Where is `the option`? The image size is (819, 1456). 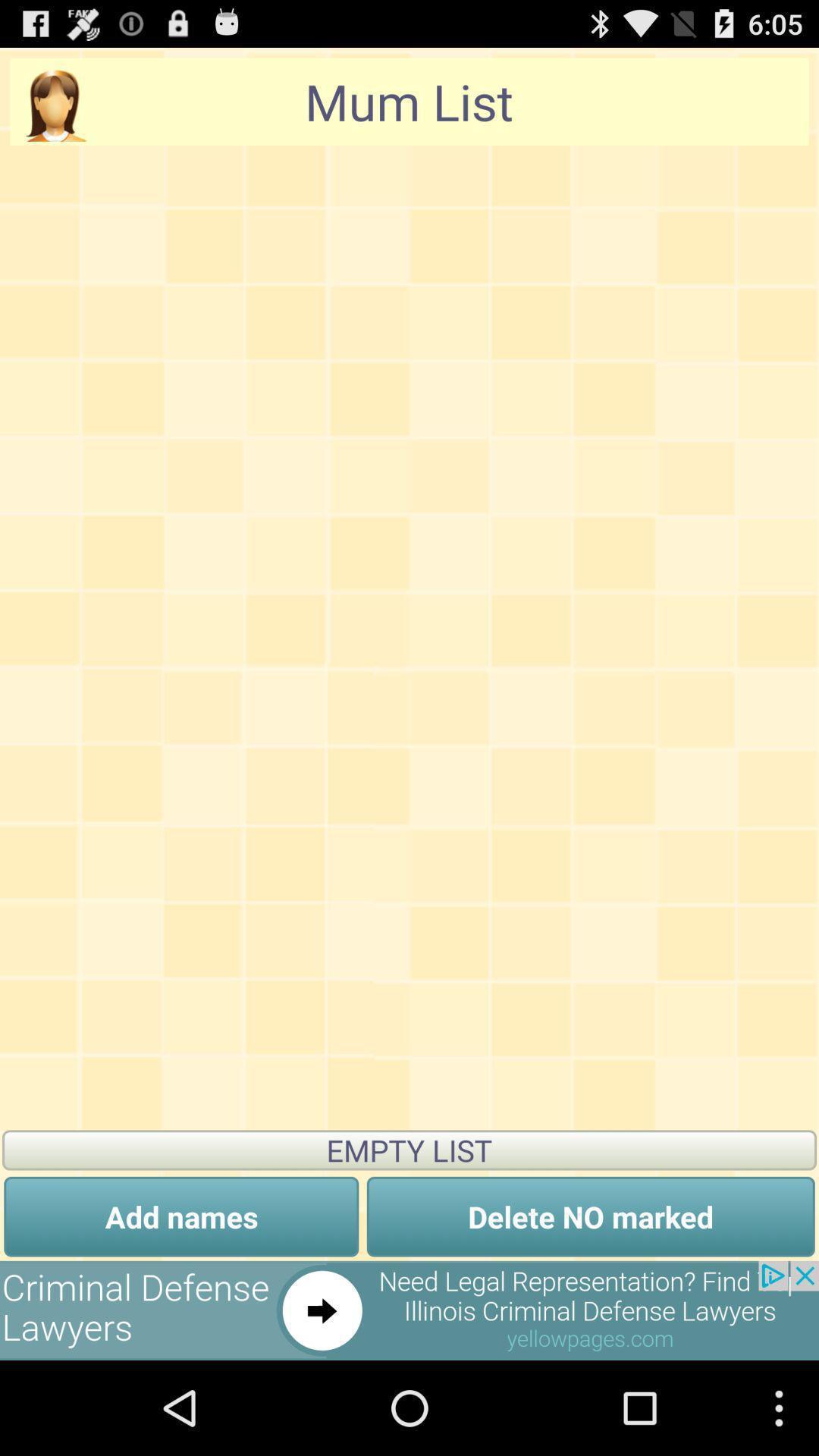
the option is located at coordinates (409, 1310).